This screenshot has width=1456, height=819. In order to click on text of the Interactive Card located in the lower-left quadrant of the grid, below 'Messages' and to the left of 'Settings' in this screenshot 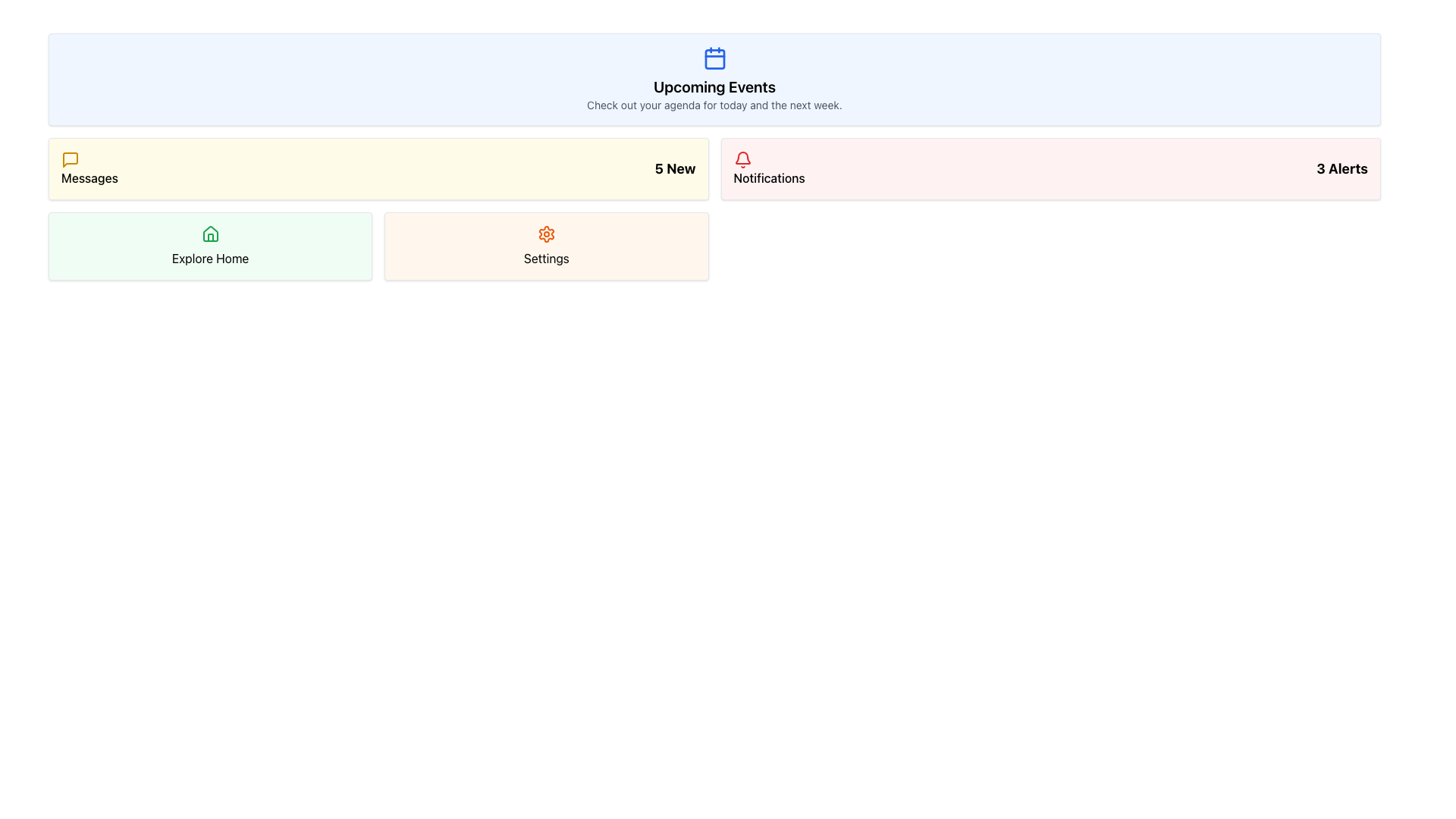, I will do `click(209, 245)`.